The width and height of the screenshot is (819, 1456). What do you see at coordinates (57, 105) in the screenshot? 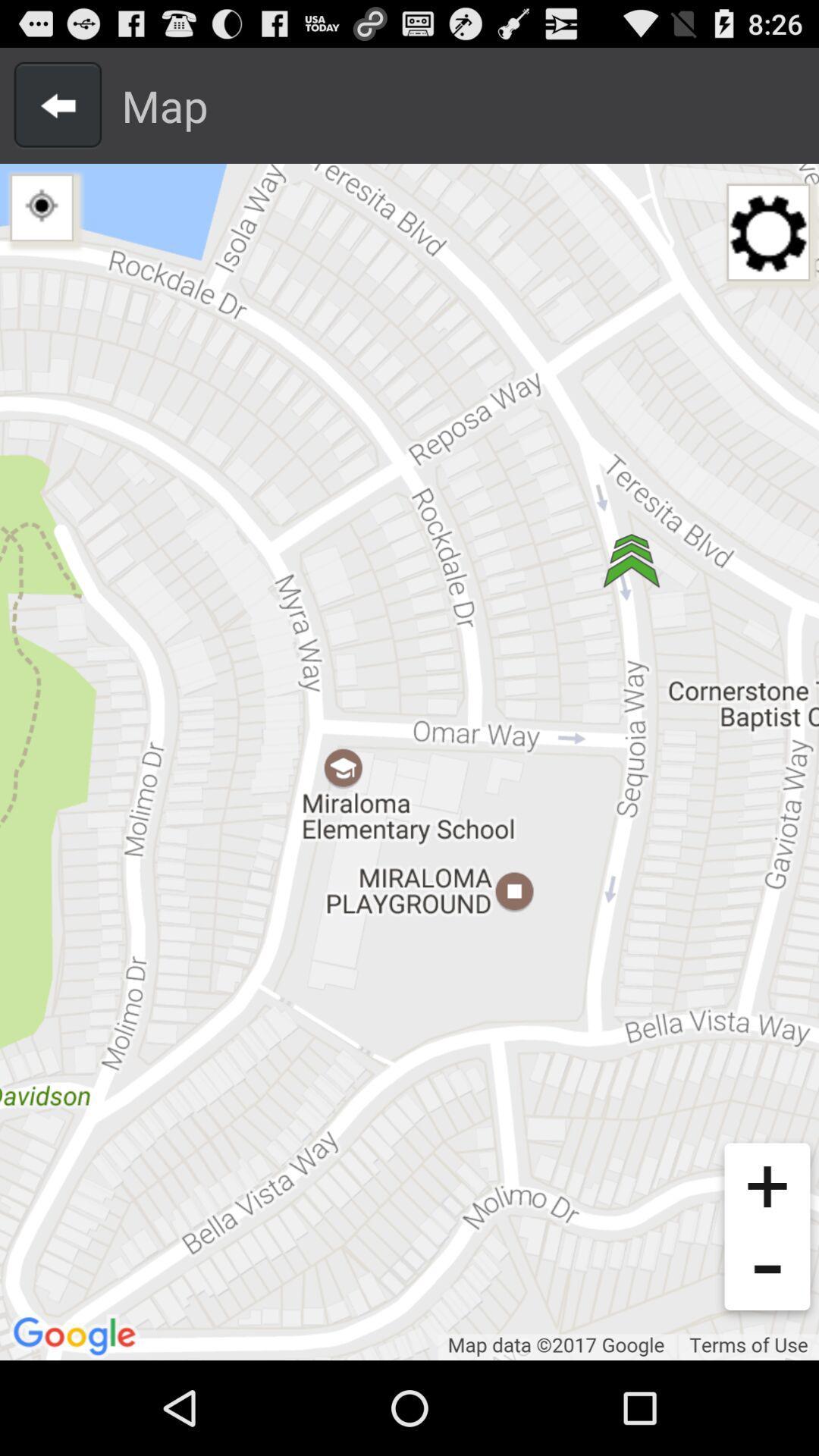
I see `go back` at bounding box center [57, 105].